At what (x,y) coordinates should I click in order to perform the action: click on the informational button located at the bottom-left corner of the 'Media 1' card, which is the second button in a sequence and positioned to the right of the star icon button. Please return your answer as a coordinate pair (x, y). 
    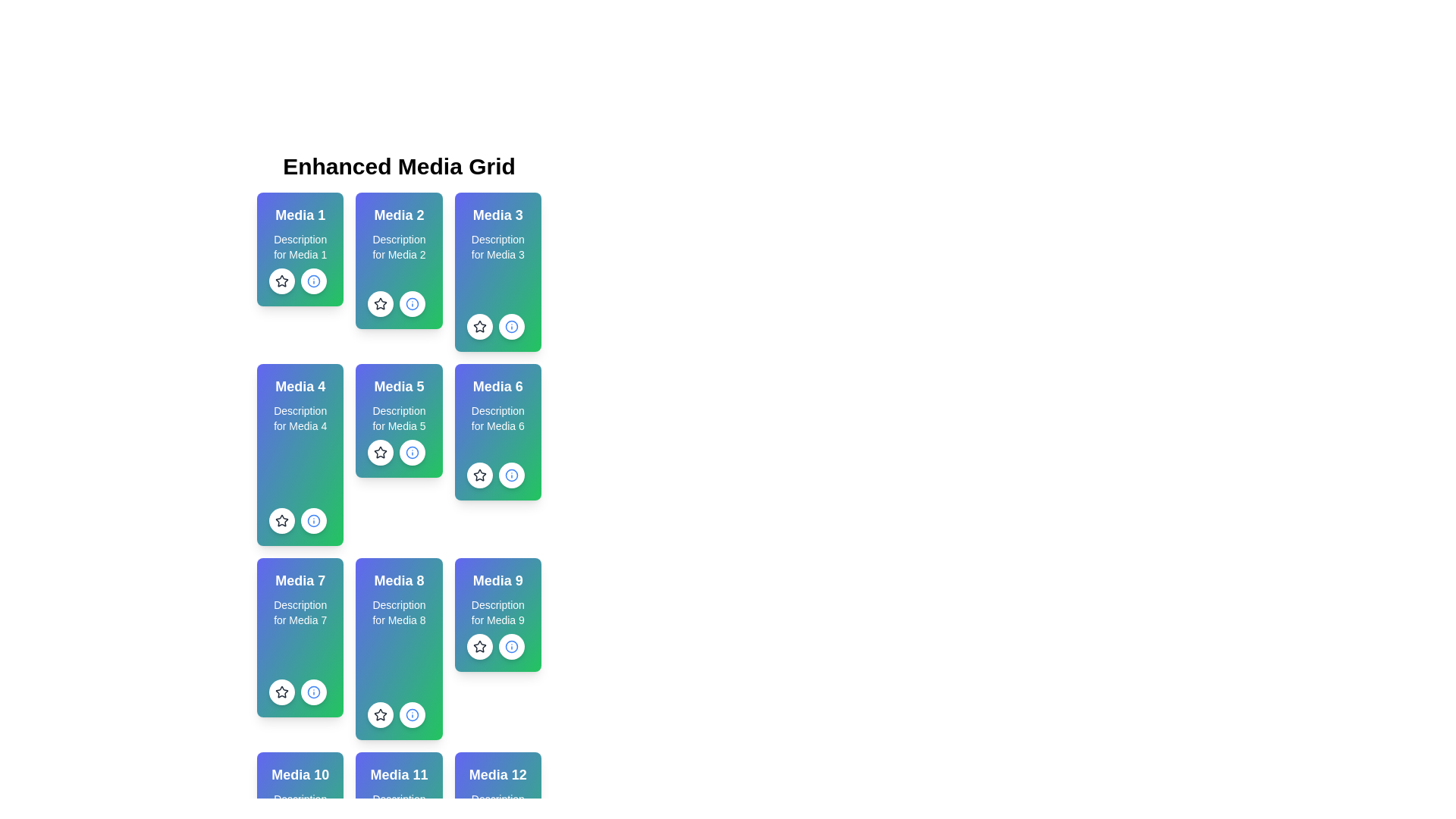
    Looking at the image, I should click on (312, 281).